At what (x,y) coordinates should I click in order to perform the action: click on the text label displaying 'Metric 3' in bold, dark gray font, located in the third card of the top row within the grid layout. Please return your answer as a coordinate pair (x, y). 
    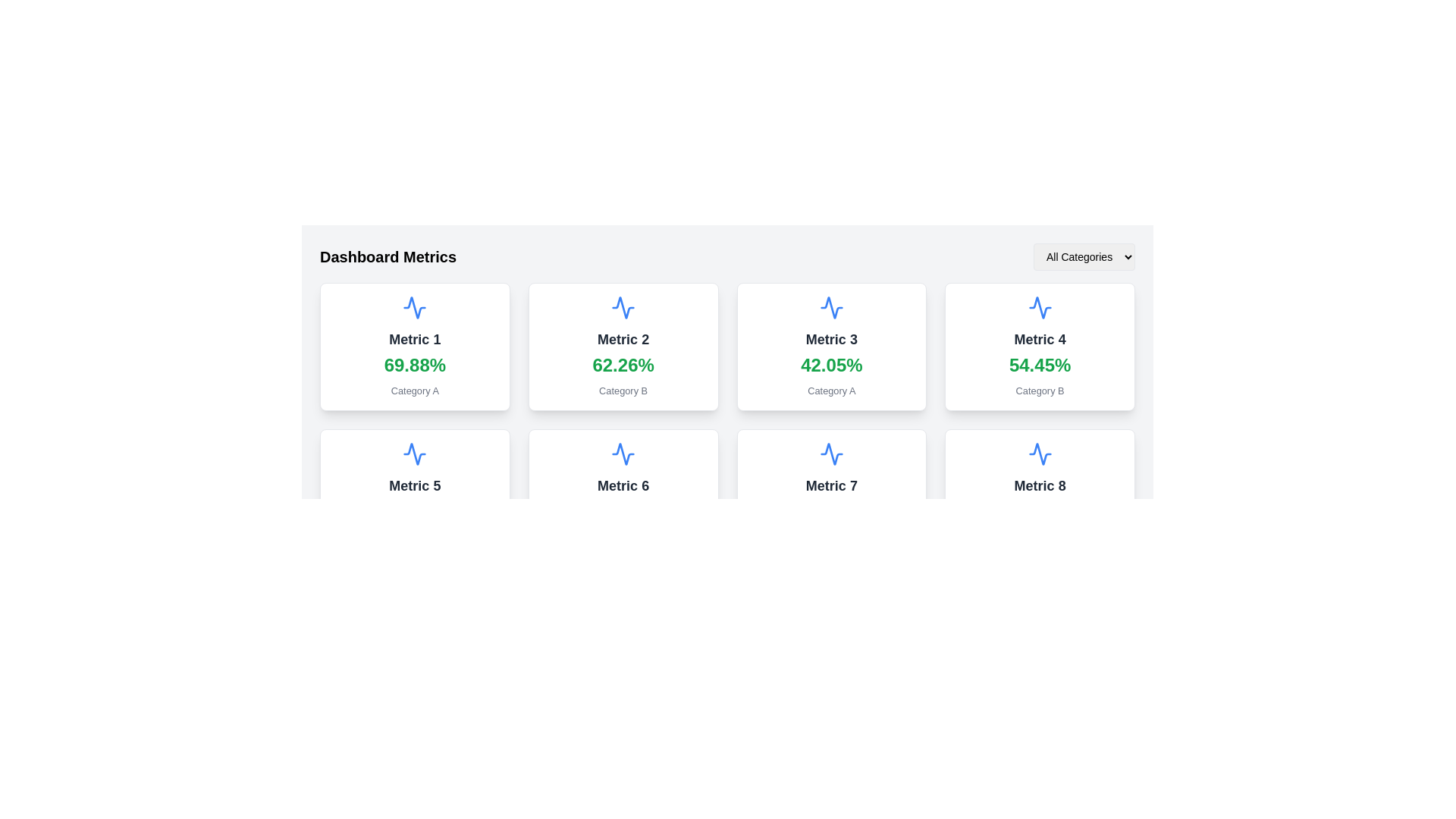
    Looking at the image, I should click on (830, 338).